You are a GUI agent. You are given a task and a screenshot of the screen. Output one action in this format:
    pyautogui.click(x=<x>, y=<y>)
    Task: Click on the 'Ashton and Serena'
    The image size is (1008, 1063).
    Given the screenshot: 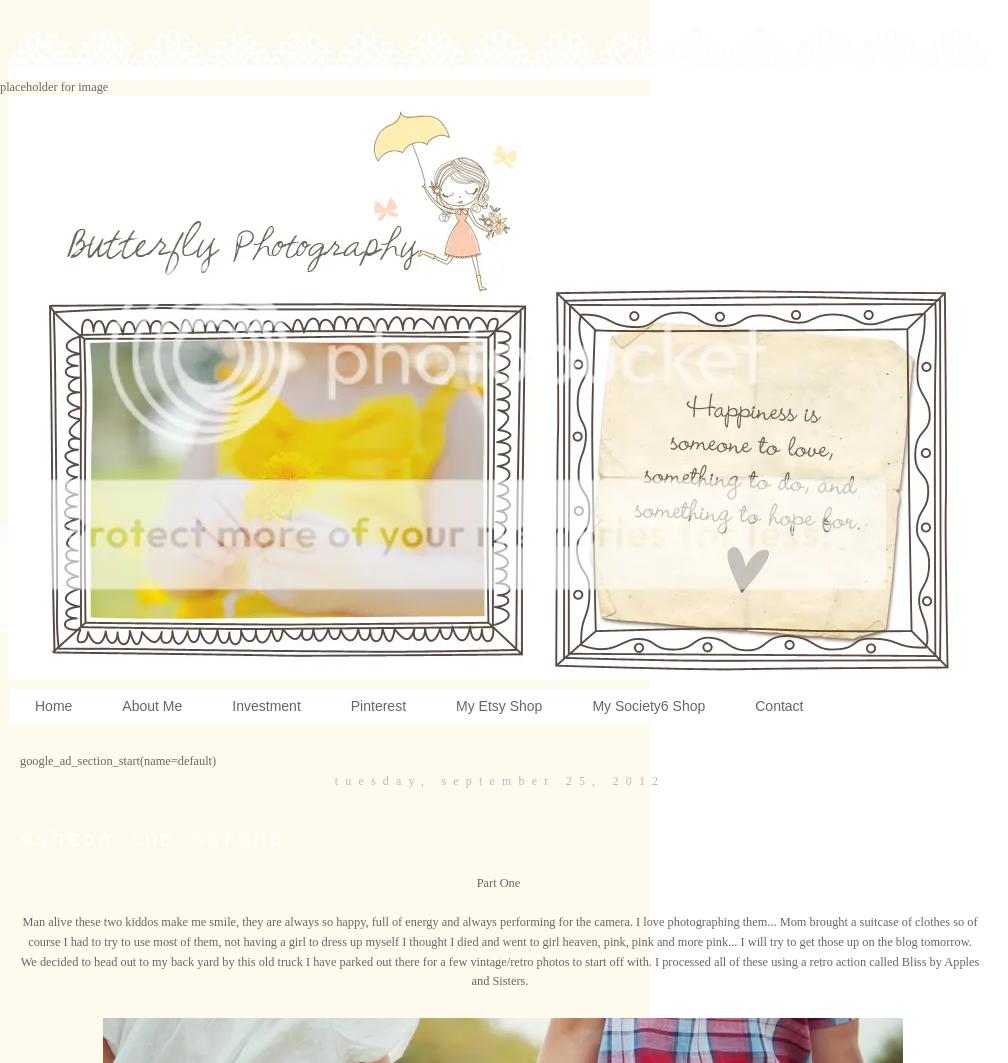 What is the action you would take?
    pyautogui.click(x=152, y=838)
    